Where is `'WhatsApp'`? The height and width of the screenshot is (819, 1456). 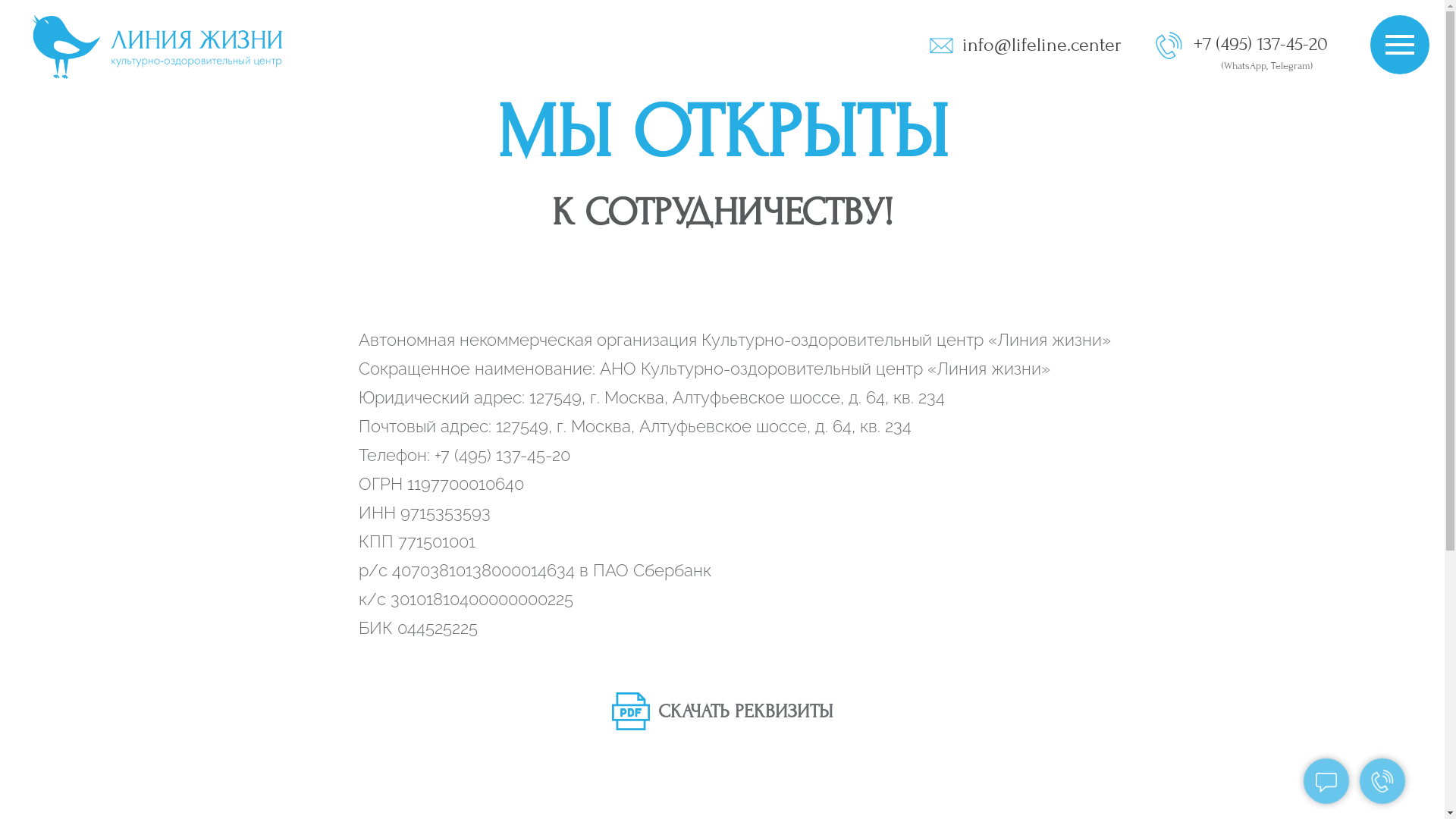 'WhatsApp' is located at coordinates (1244, 65).